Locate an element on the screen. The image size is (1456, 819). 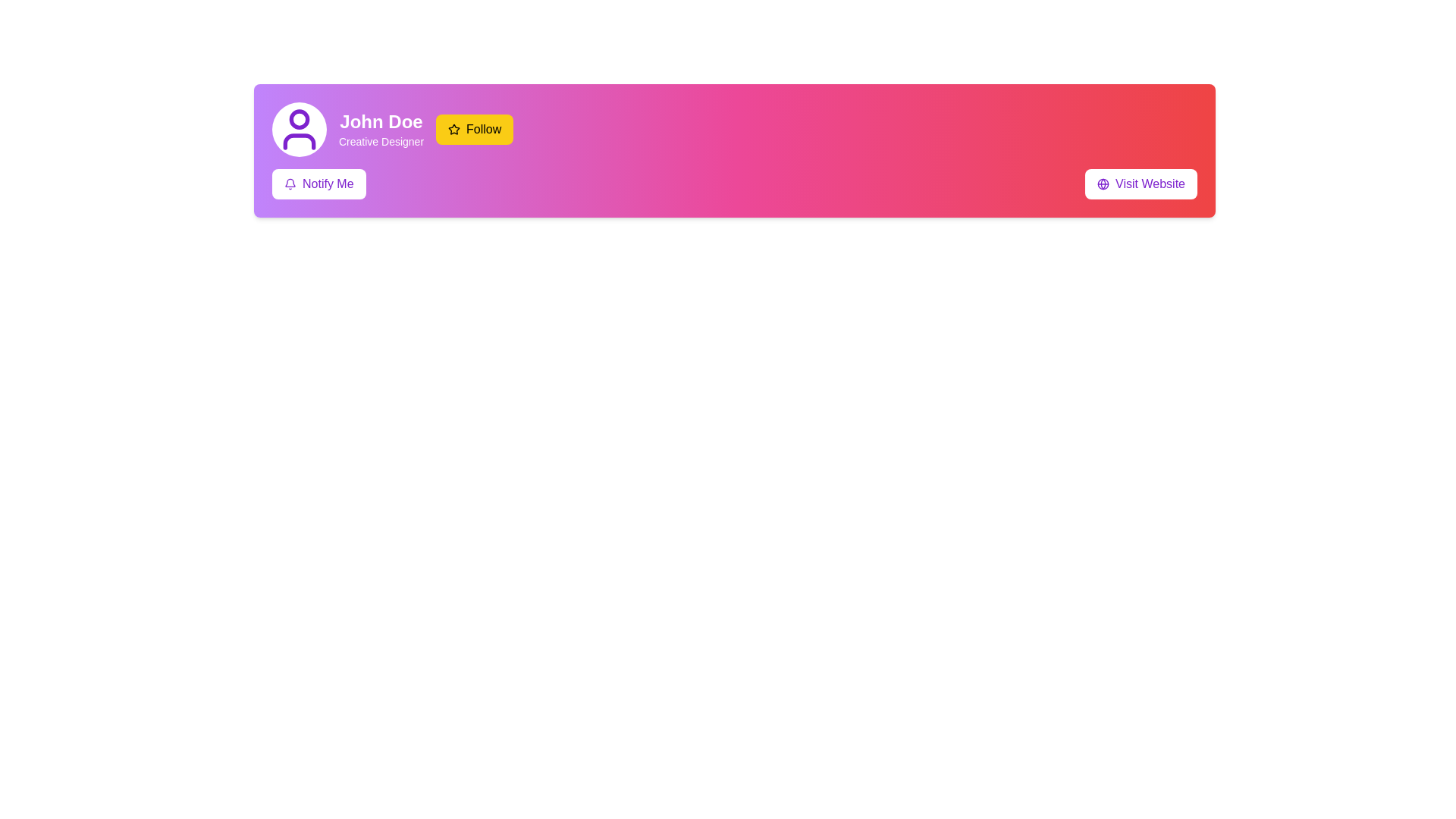
the profile display component that presents the name and role of an individual, located between a circular user icon and a yellow 'Follow' button is located at coordinates (381, 128).